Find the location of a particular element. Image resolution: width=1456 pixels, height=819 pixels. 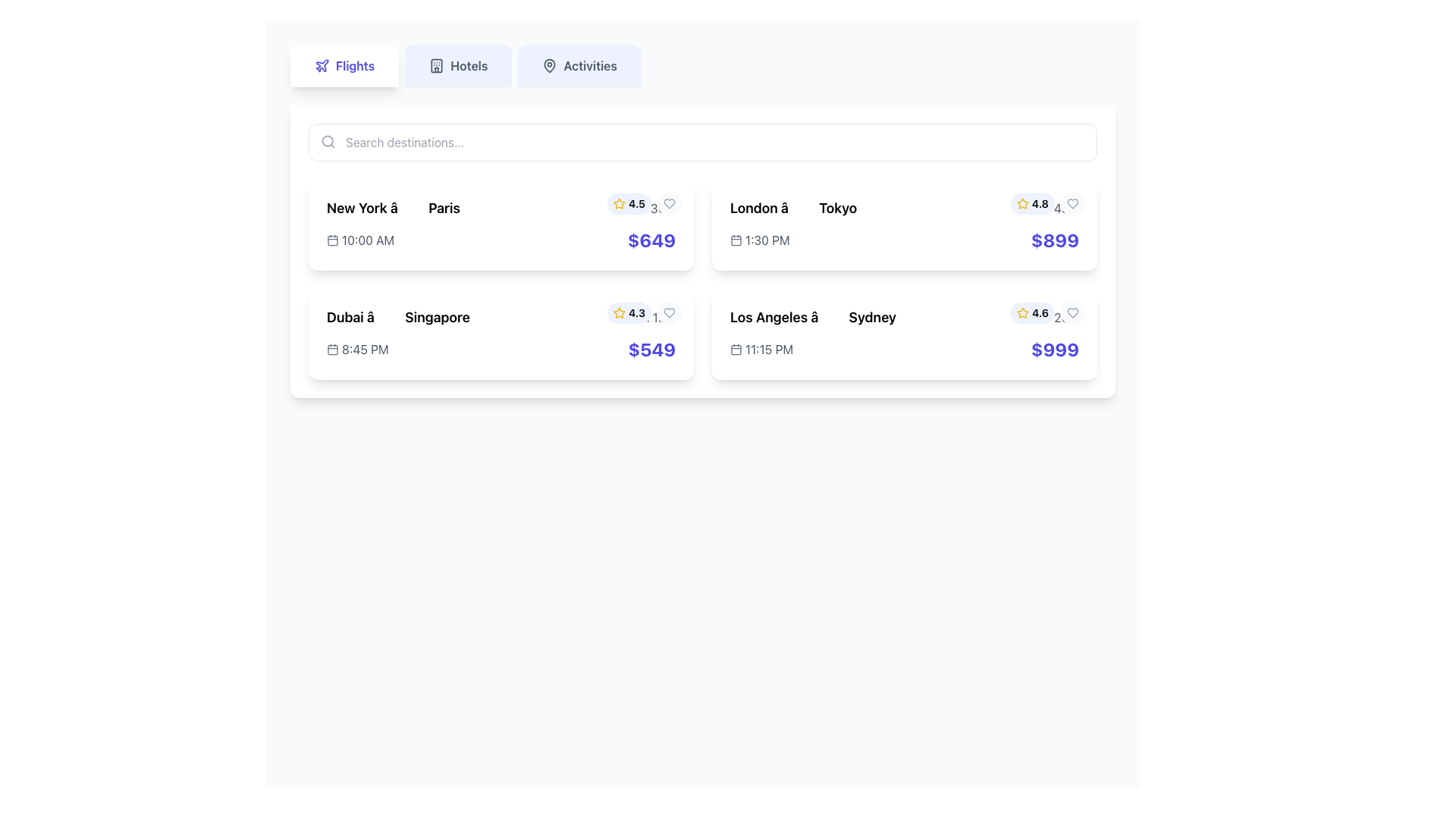

travel information displayed in the informational display element located at the top of the rightmost card in the travel listing section, showing 'London → Tokyo' and '11h 45m' is located at coordinates (905, 208).